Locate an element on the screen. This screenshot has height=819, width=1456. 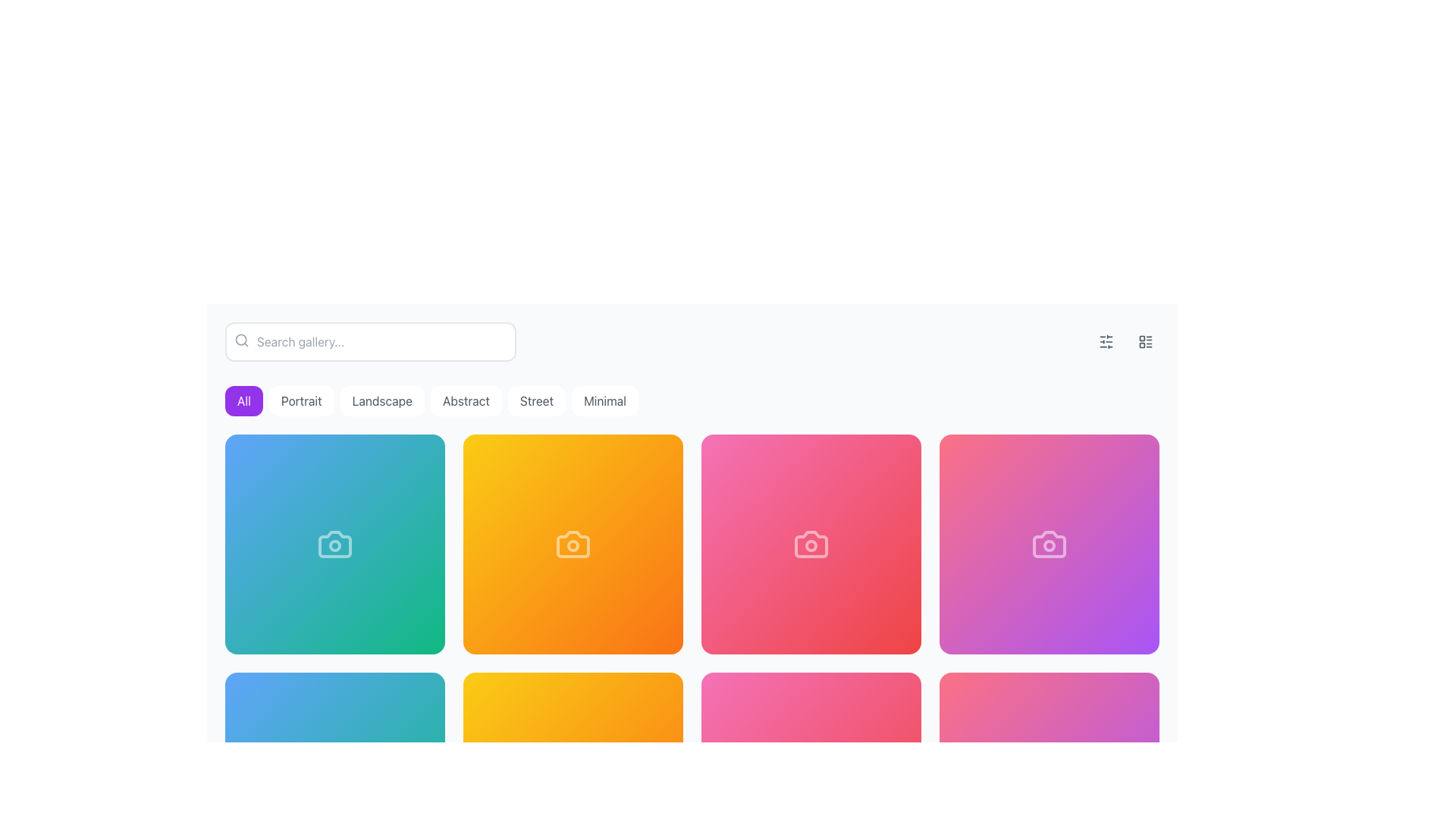
the first button in the horizontal group of six buttons located beneath the search bar is located at coordinates (243, 400).